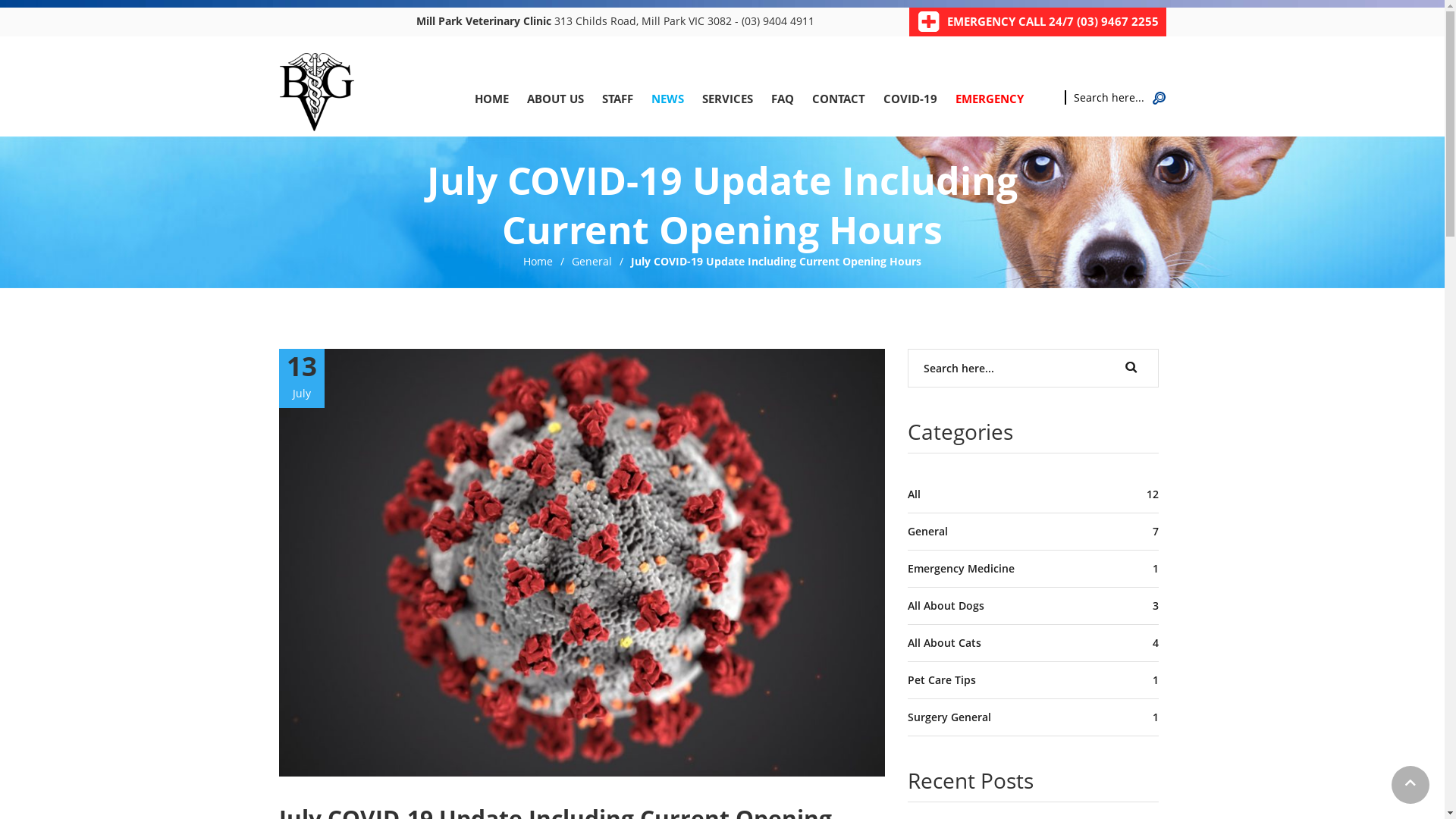 The height and width of the screenshot is (819, 1456). What do you see at coordinates (1410, 784) in the screenshot?
I see `'Scroll Top'` at bounding box center [1410, 784].